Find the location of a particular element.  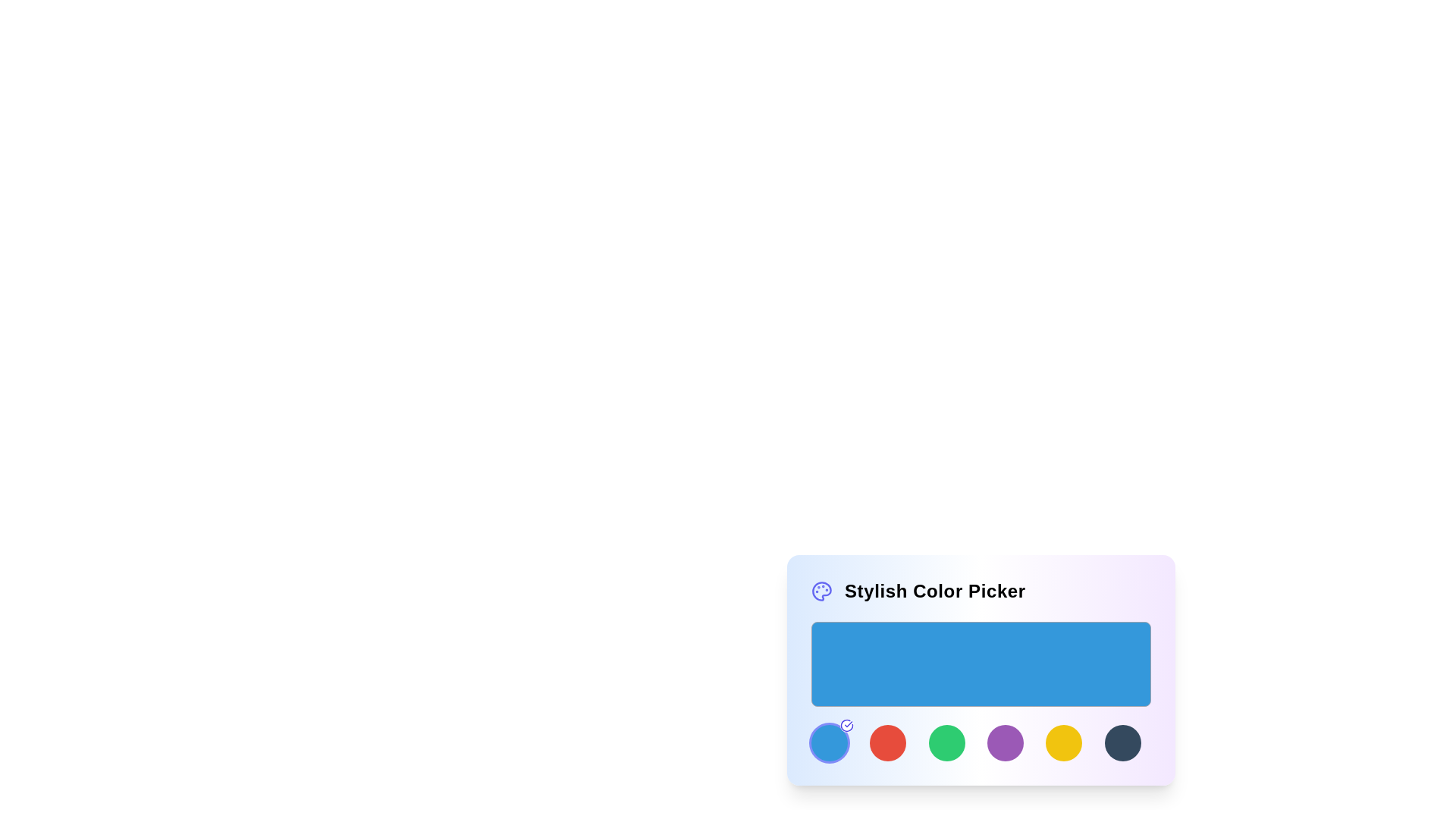

text from the bold, black text label saying 'Stylish Color Picker' that is centered horizontally near the top of a colorful interface component is located at coordinates (934, 590).